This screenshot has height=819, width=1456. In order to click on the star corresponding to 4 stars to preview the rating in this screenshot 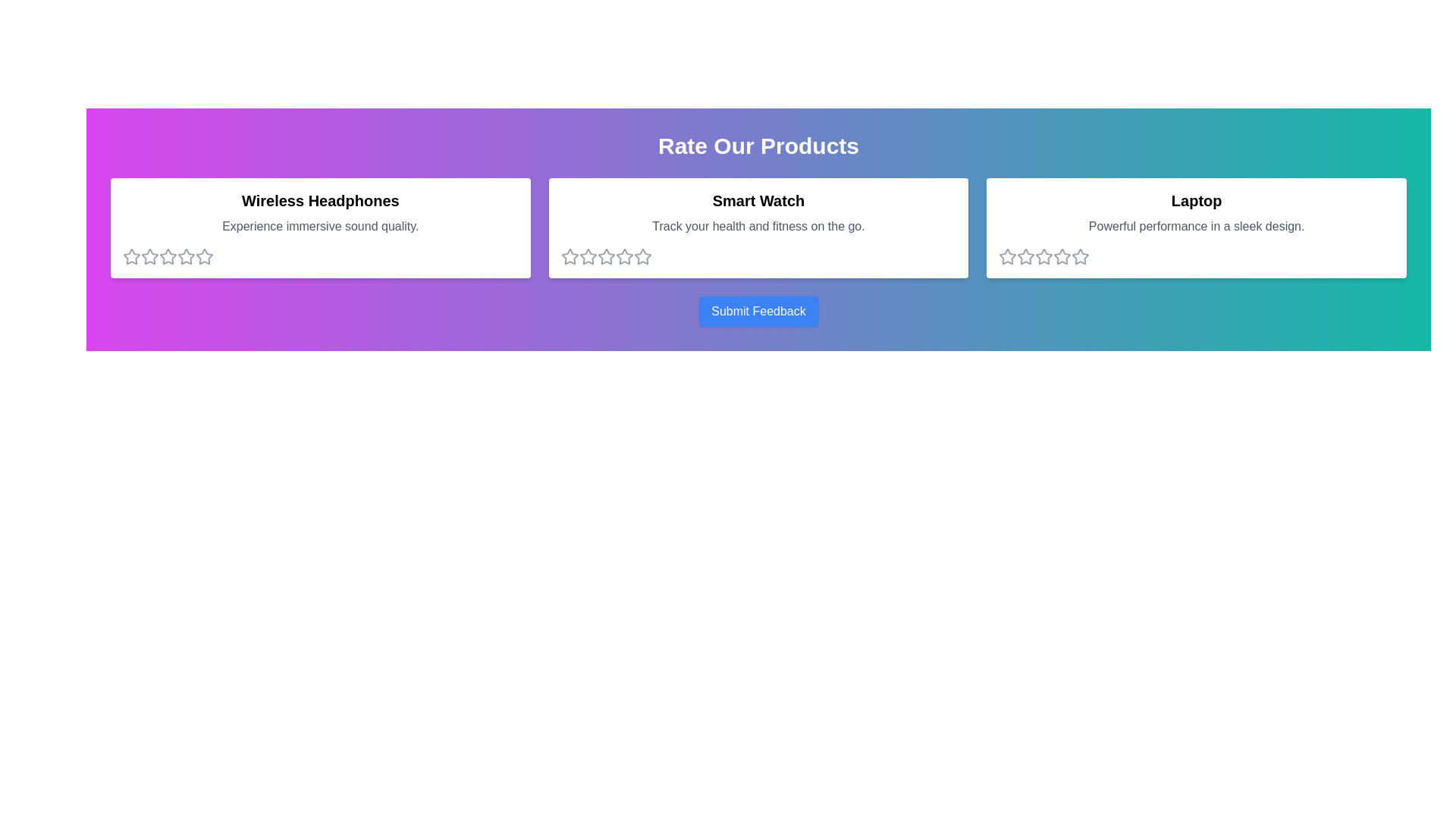, I will do `click(185, 256)`.